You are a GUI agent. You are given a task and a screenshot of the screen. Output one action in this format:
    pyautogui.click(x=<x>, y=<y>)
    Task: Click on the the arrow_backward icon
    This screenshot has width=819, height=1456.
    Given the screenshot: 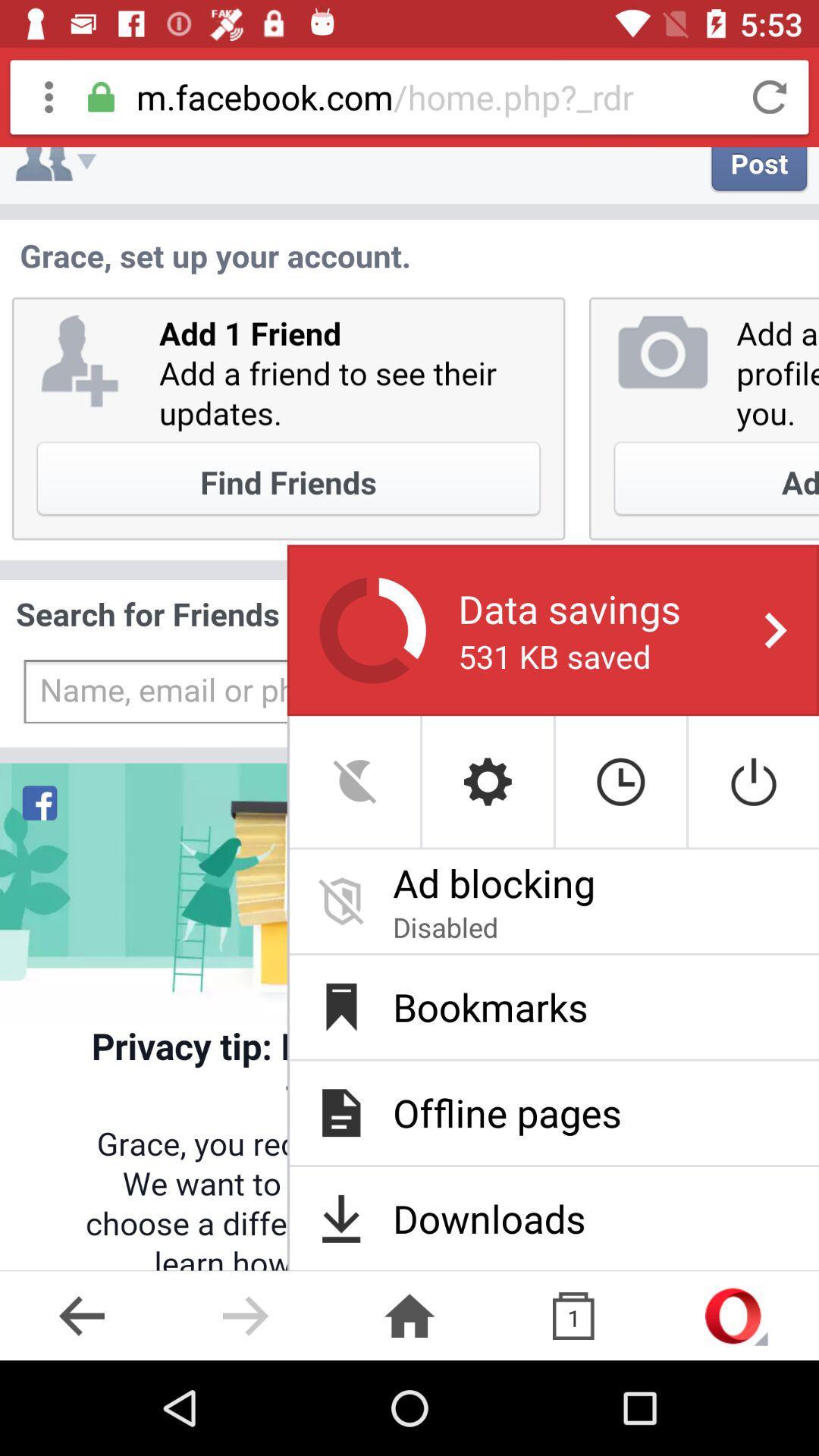 What is the action you would take?
    pyautogui.click(x=82, y=1315)
    